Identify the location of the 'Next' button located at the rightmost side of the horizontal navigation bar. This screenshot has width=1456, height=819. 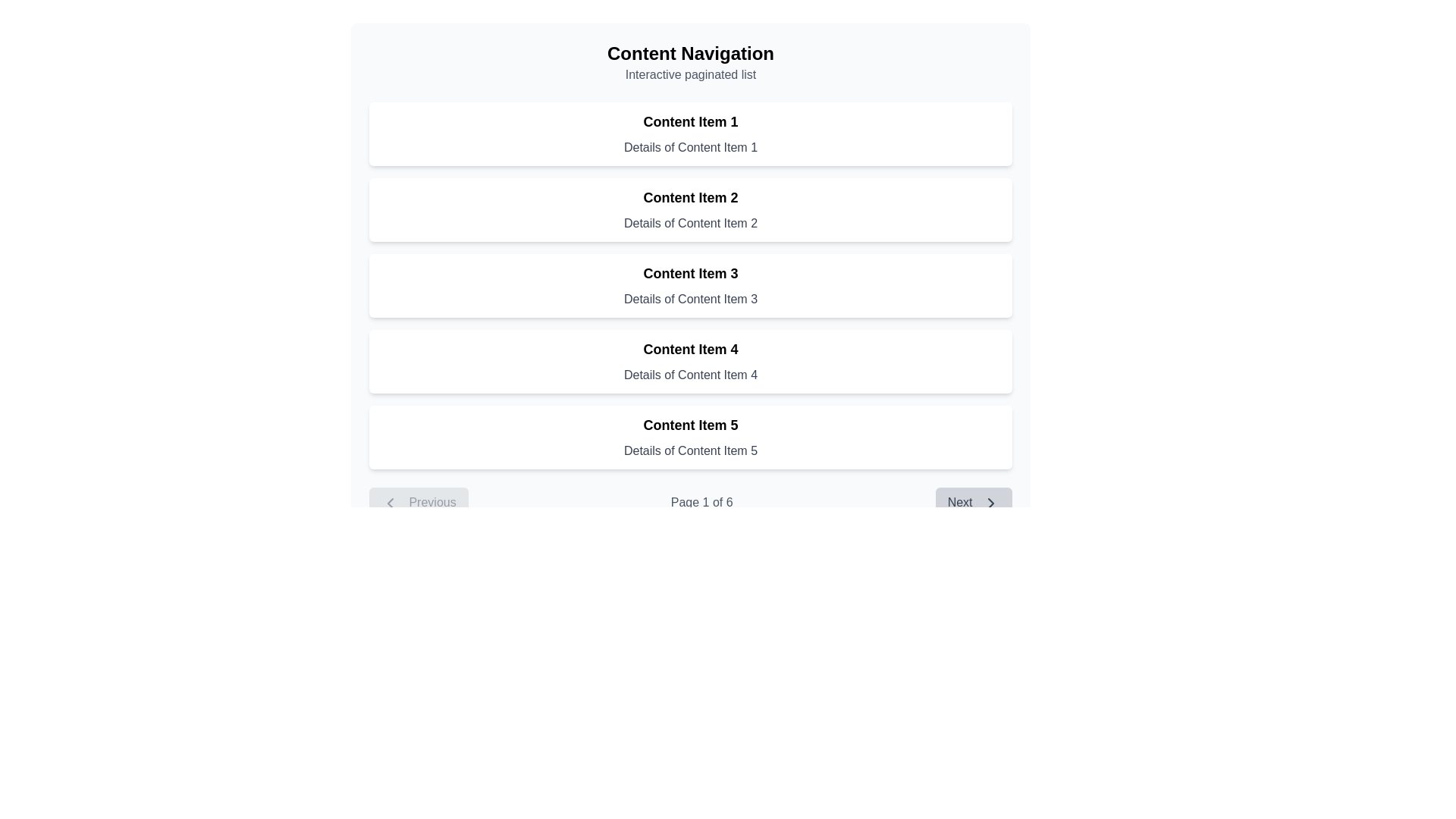
(974, 503).